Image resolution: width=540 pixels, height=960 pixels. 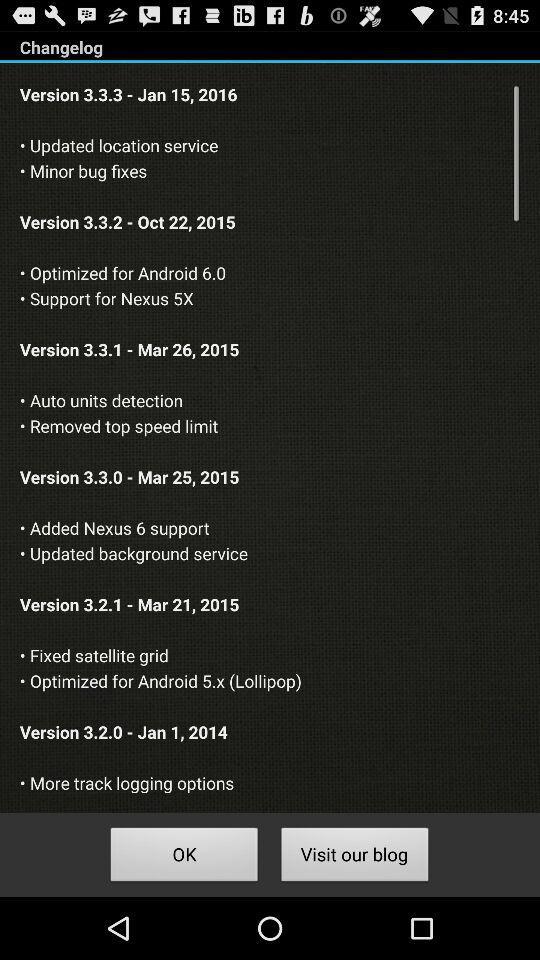 What do you see at coordinates (184, 856) in the screenshot?
I see `the icon below the version 3 3` at bounding box center [184, 856].